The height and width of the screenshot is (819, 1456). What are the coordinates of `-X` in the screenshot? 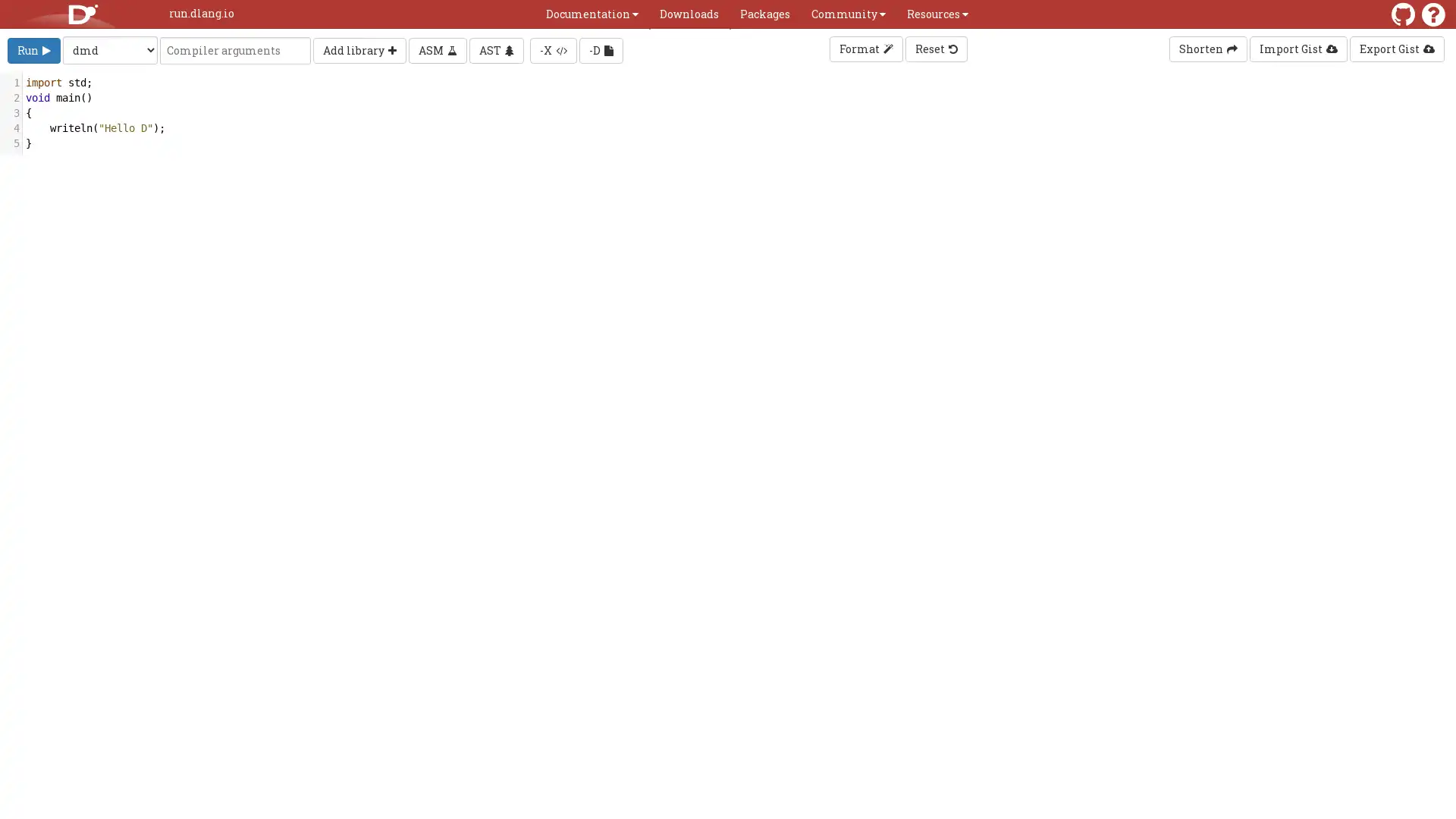 It's located at (552, 49).